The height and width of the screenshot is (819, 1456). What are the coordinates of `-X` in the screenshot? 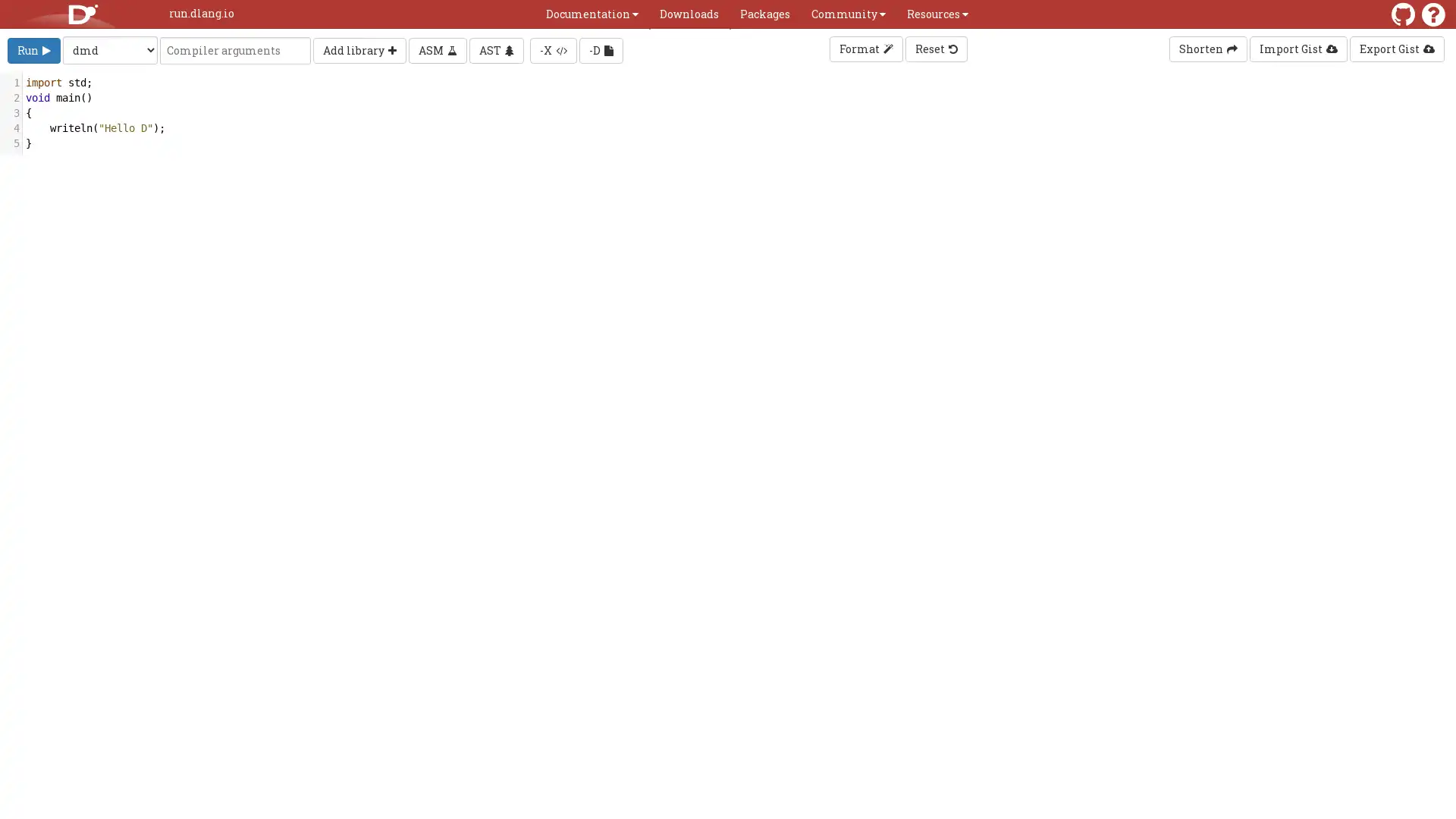 It's located at (552, 49).